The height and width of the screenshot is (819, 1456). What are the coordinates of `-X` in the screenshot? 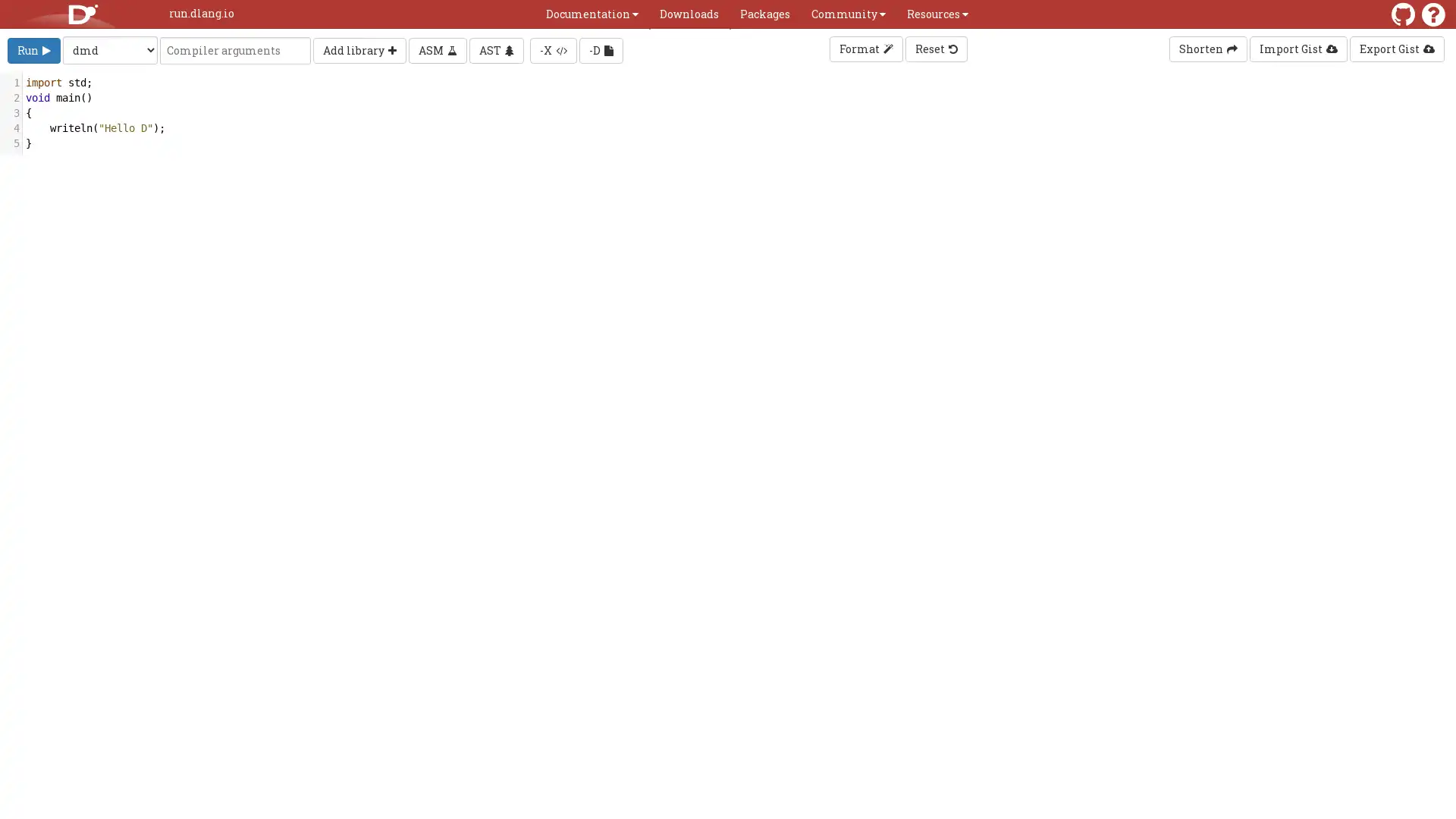 It's located at (552, 49).